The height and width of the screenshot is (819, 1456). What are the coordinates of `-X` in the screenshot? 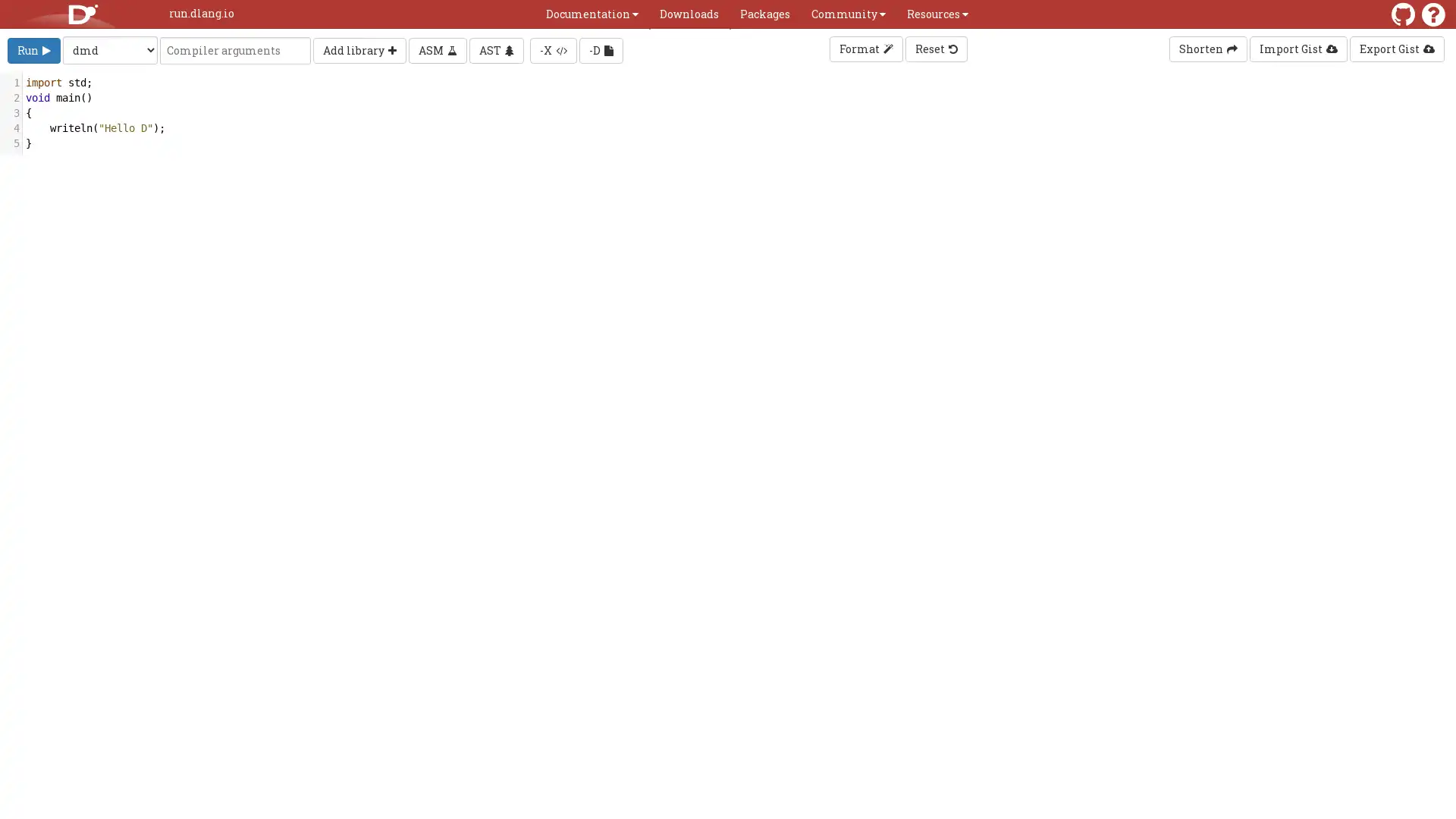 It's located at (552, 49).